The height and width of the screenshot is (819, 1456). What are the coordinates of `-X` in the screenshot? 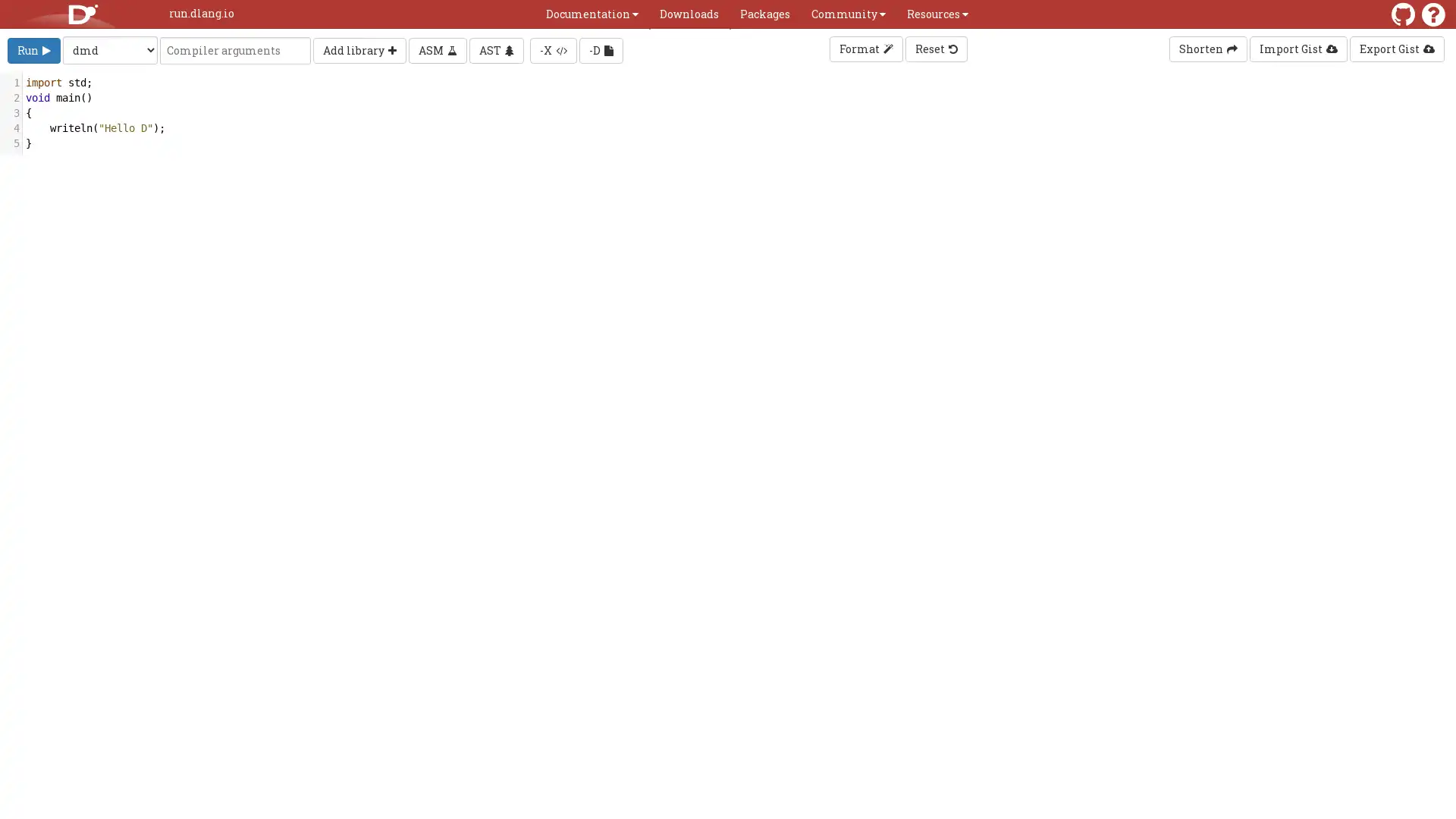 It's located at (552, 49).